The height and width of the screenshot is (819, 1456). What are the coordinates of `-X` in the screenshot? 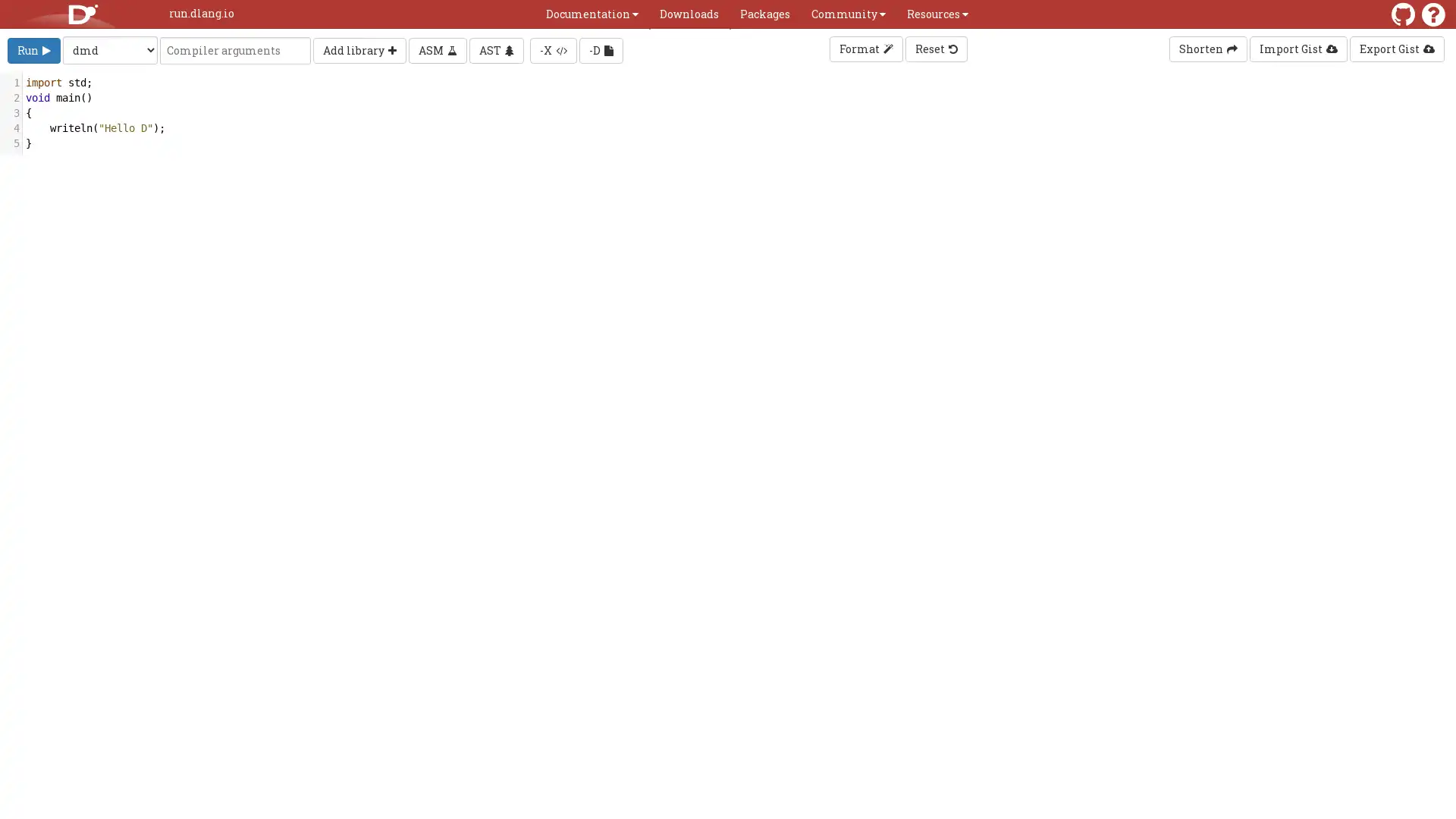 It's located at (552, 49).